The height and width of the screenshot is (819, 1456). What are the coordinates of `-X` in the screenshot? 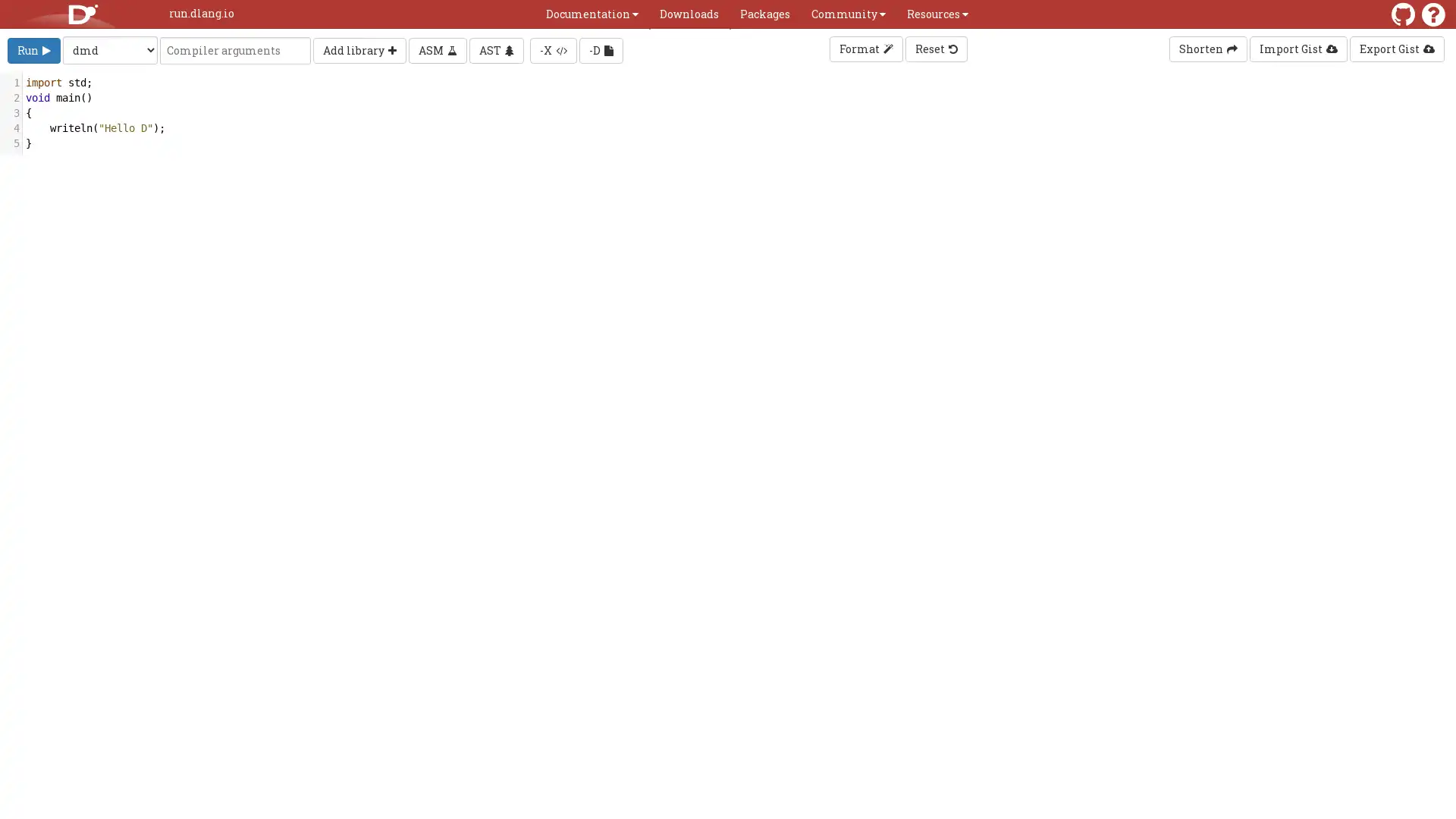 It's located at (552, 49).